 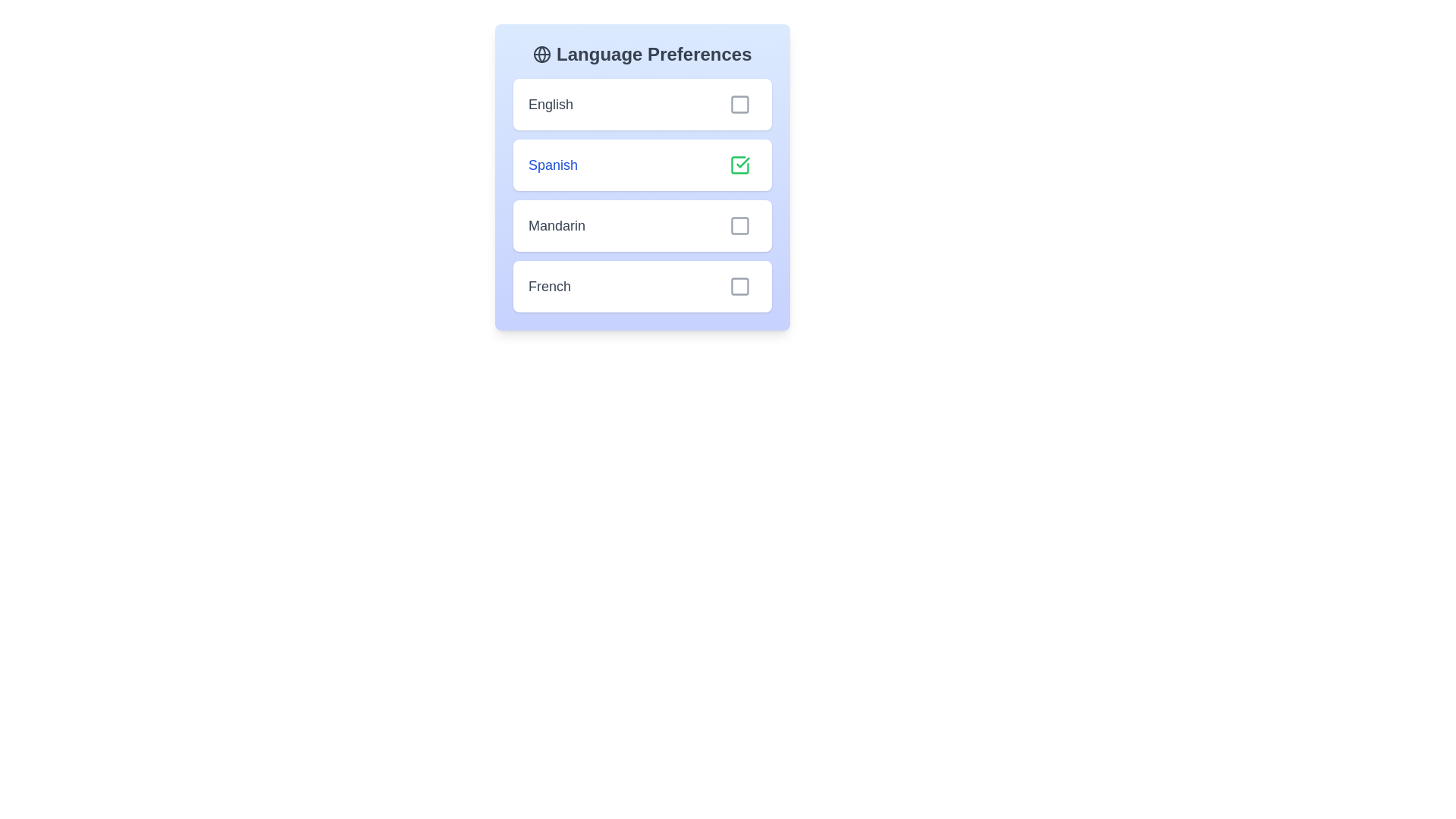 What do you see at coordinates (548, 287) in the screenshot?
I see `the 'French' language text label` at bounding box center [548, 287].